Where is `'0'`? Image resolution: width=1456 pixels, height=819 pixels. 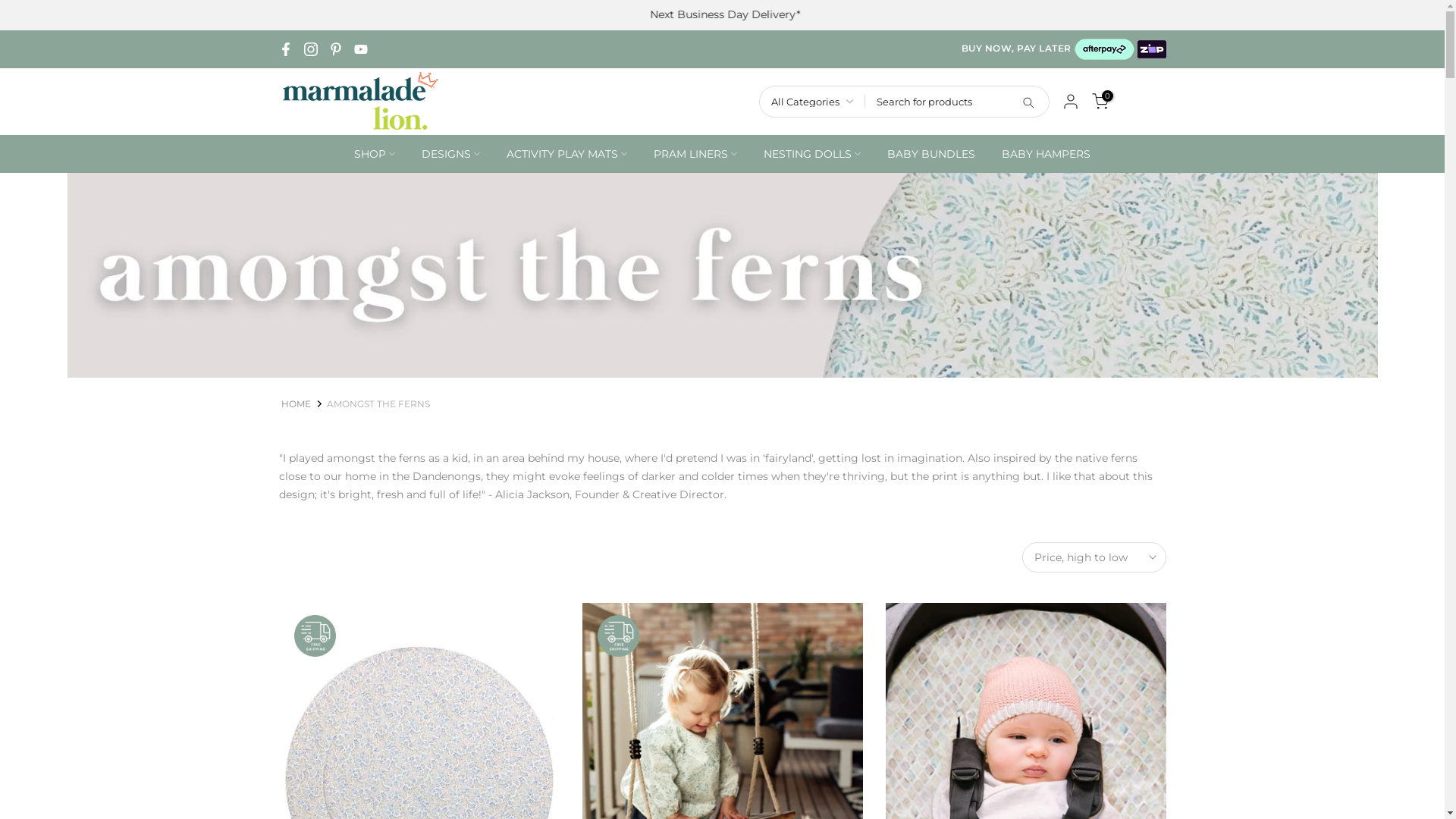 '0' is located at coordinates (1100, 102).